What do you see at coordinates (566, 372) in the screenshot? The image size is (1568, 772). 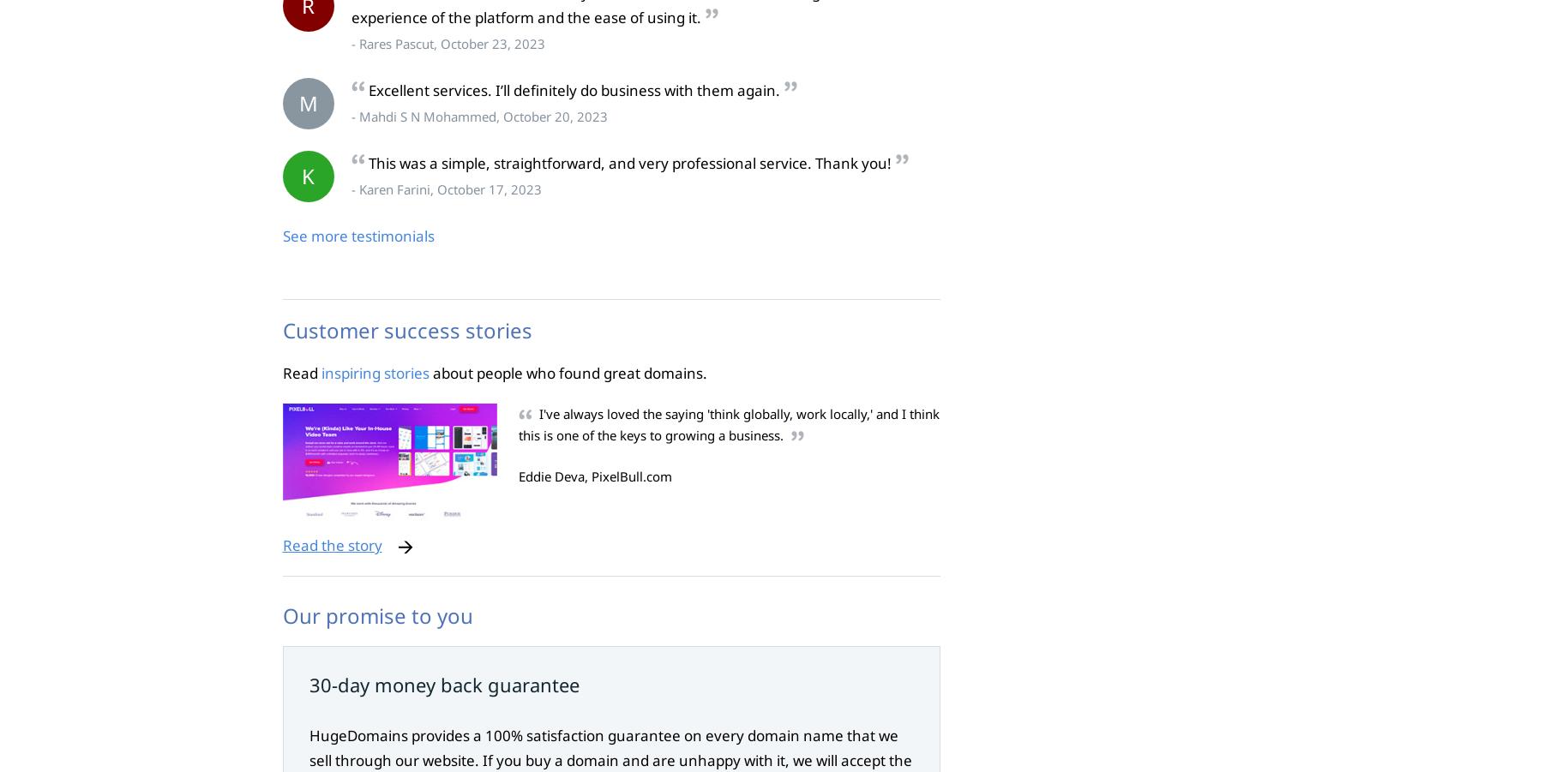 I see `'about people who found great domains.'` at bounding box center [566, 372].